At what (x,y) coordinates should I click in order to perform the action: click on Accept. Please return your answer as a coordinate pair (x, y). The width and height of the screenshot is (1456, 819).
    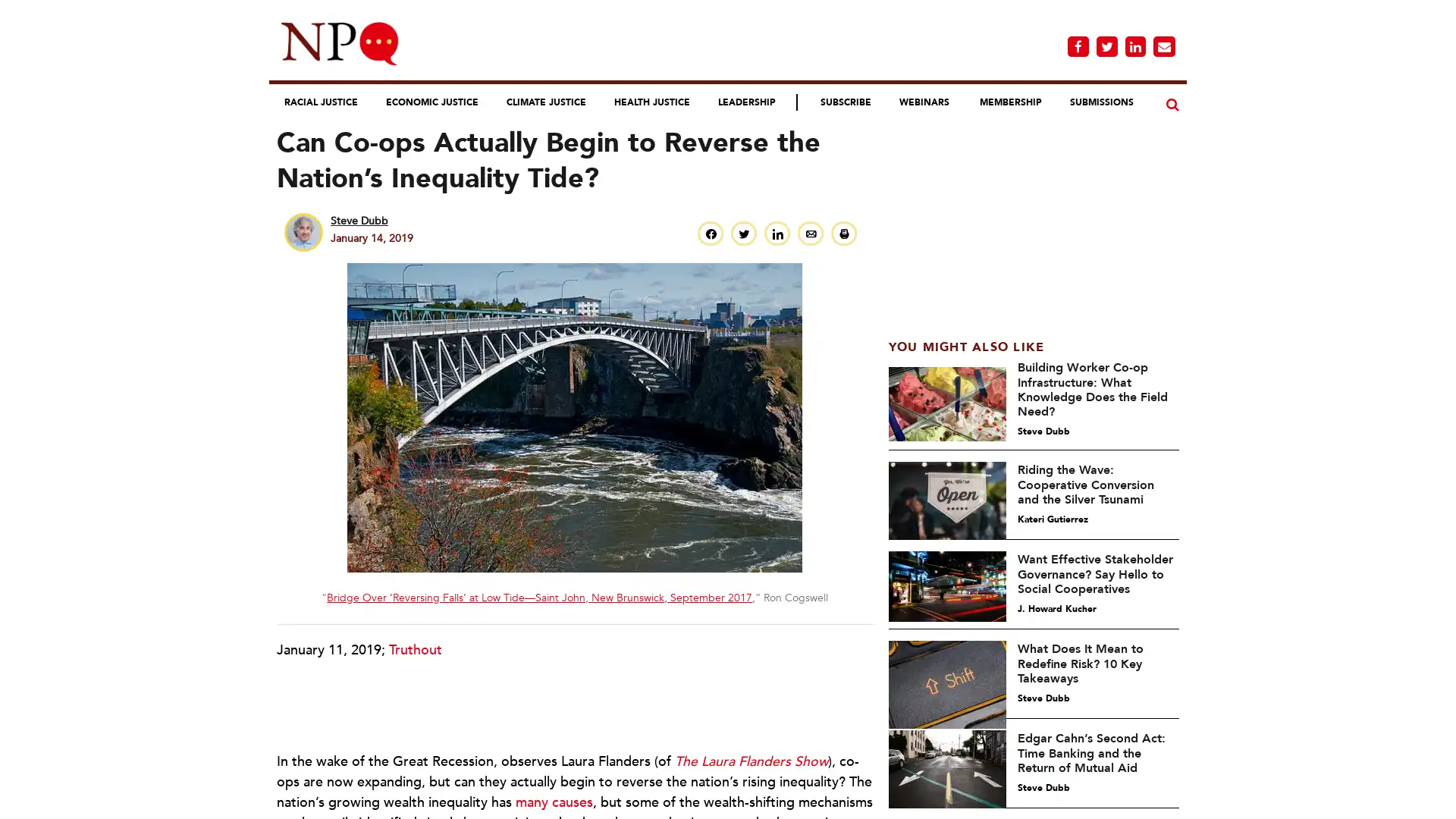
    Looking at the image, I should click on (915, 795).